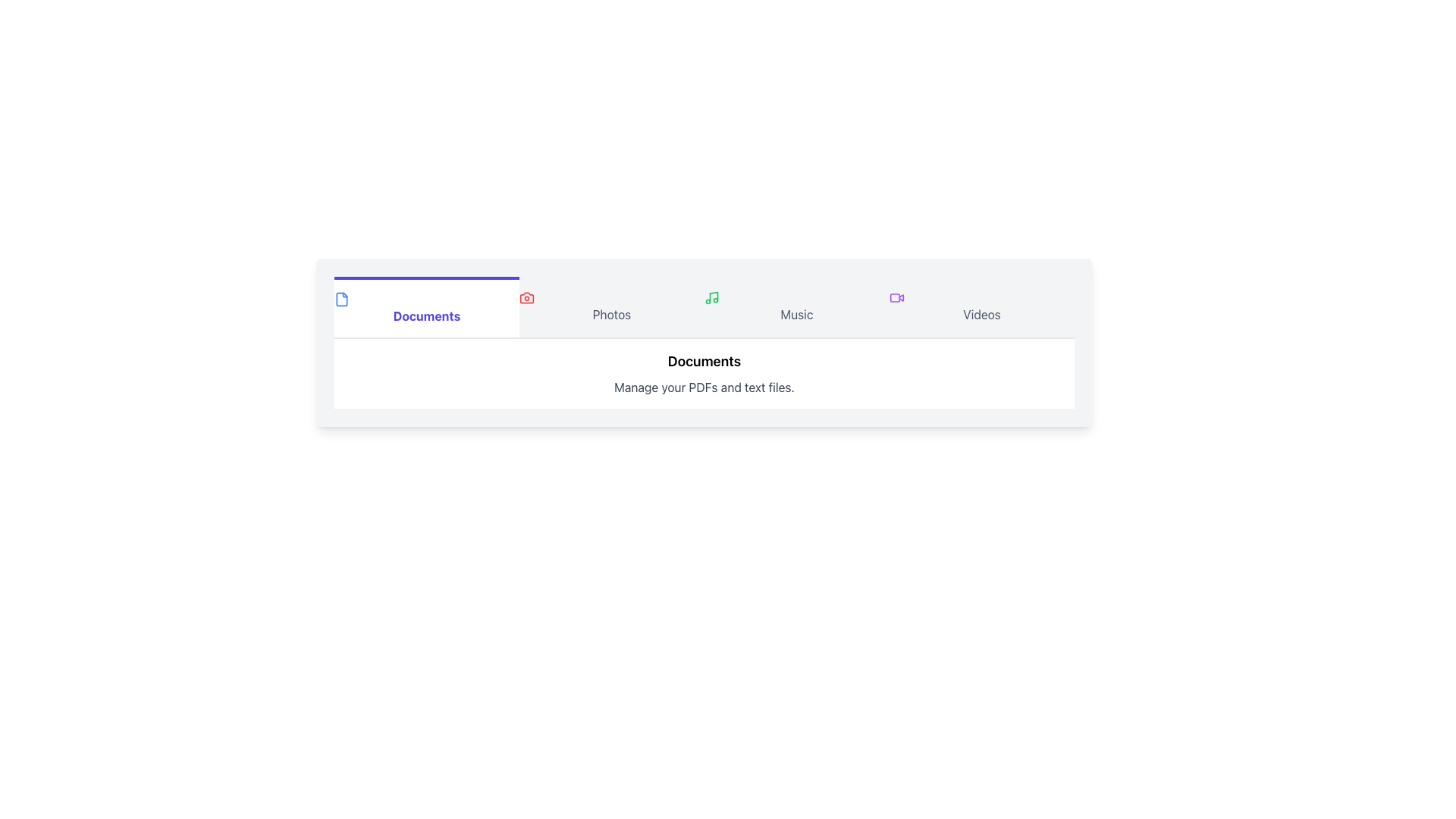 The width and height of the screenshot is (1456, 819). What do you see at coordinates (796, 314) in the screenshot?
I see `the text label displaying 'Music' in the upper-central portion of the interface, located within the navigation bar` at bounding box center [796, 314].